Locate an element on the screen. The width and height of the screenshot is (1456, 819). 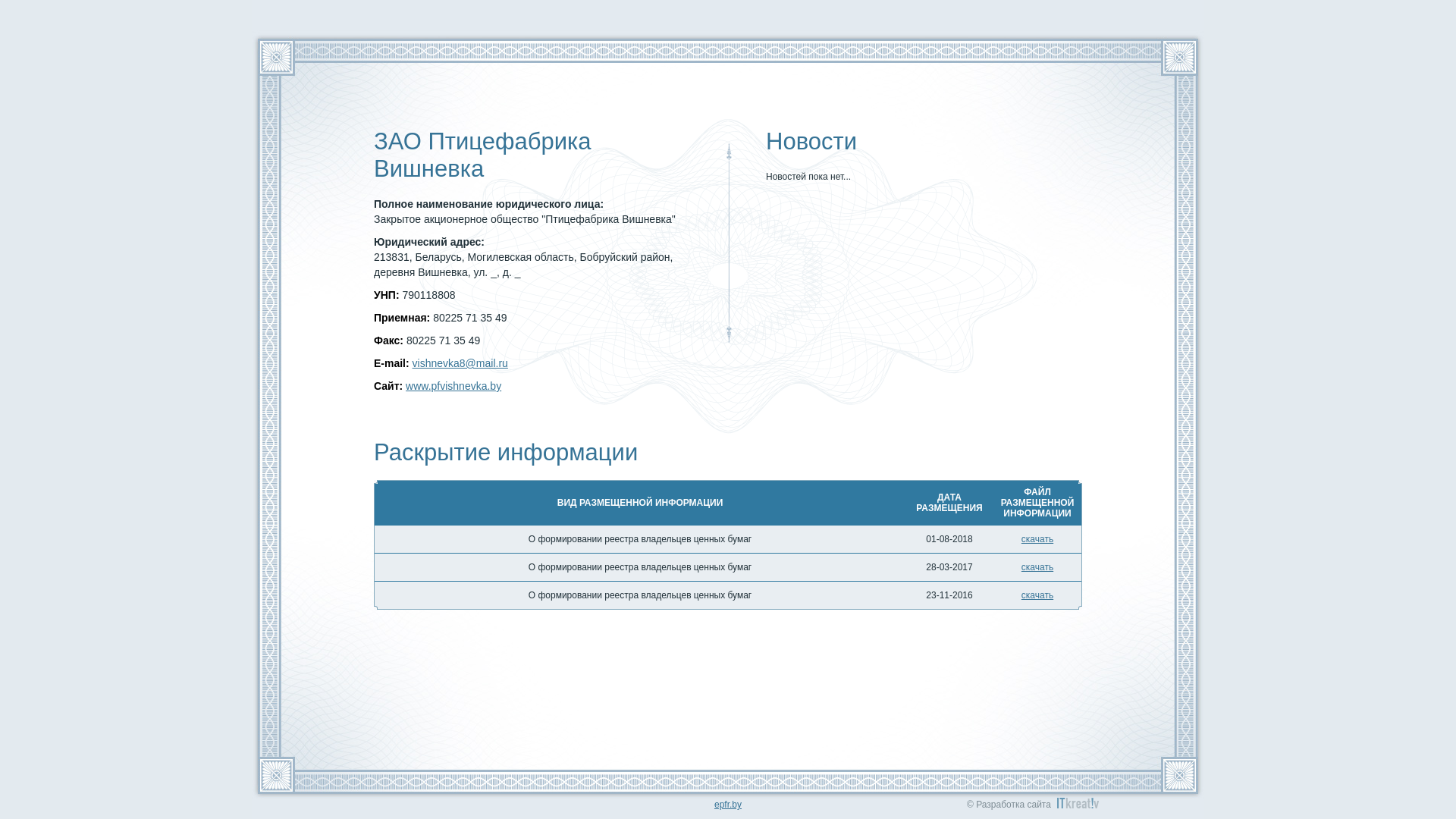
'vishnevka8@mail.ru' is located at coordinates (412, 362).